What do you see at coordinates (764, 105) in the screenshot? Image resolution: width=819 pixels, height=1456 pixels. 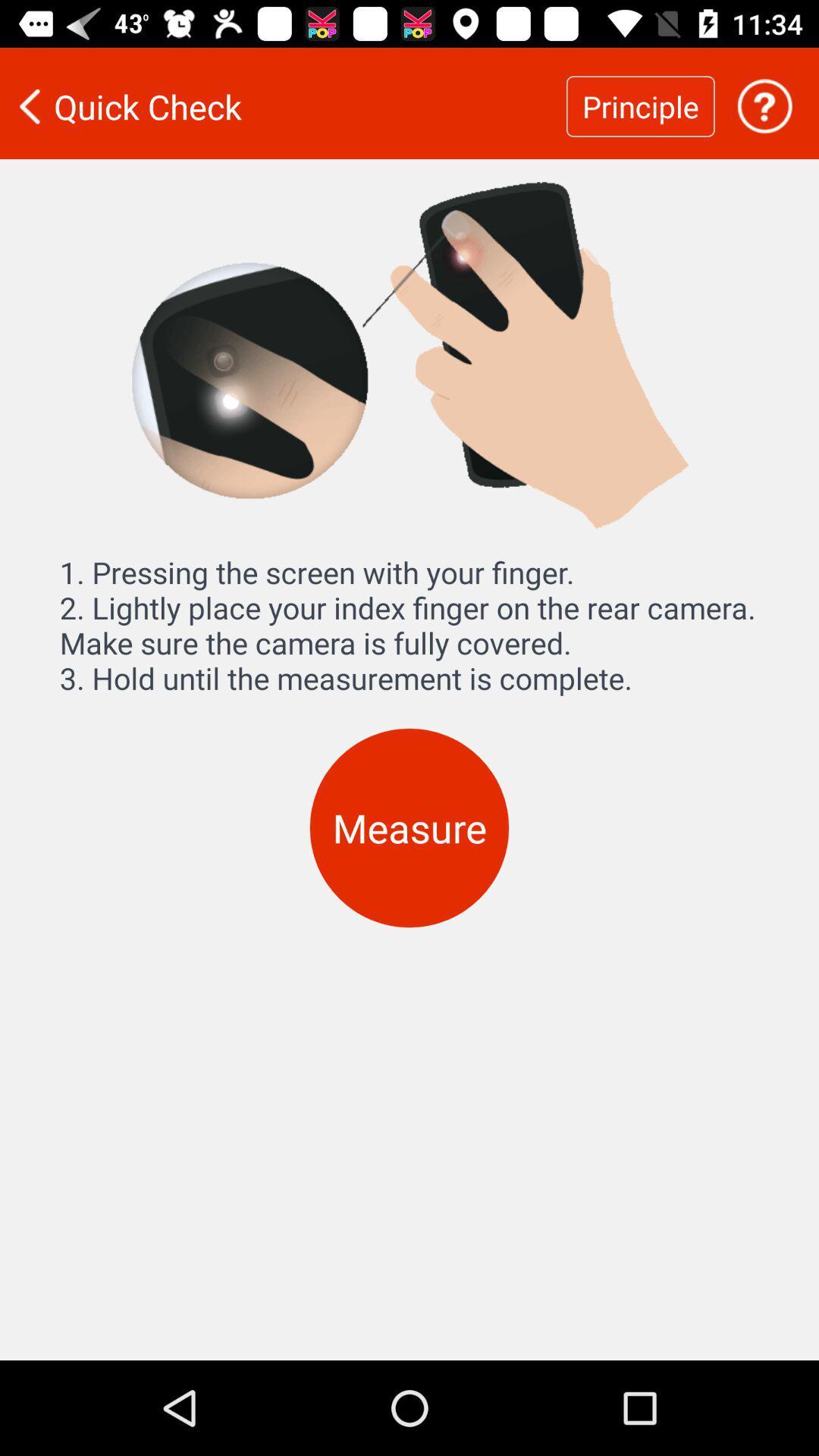 I see `click the questtion mark` at bounding box center [764, 105].